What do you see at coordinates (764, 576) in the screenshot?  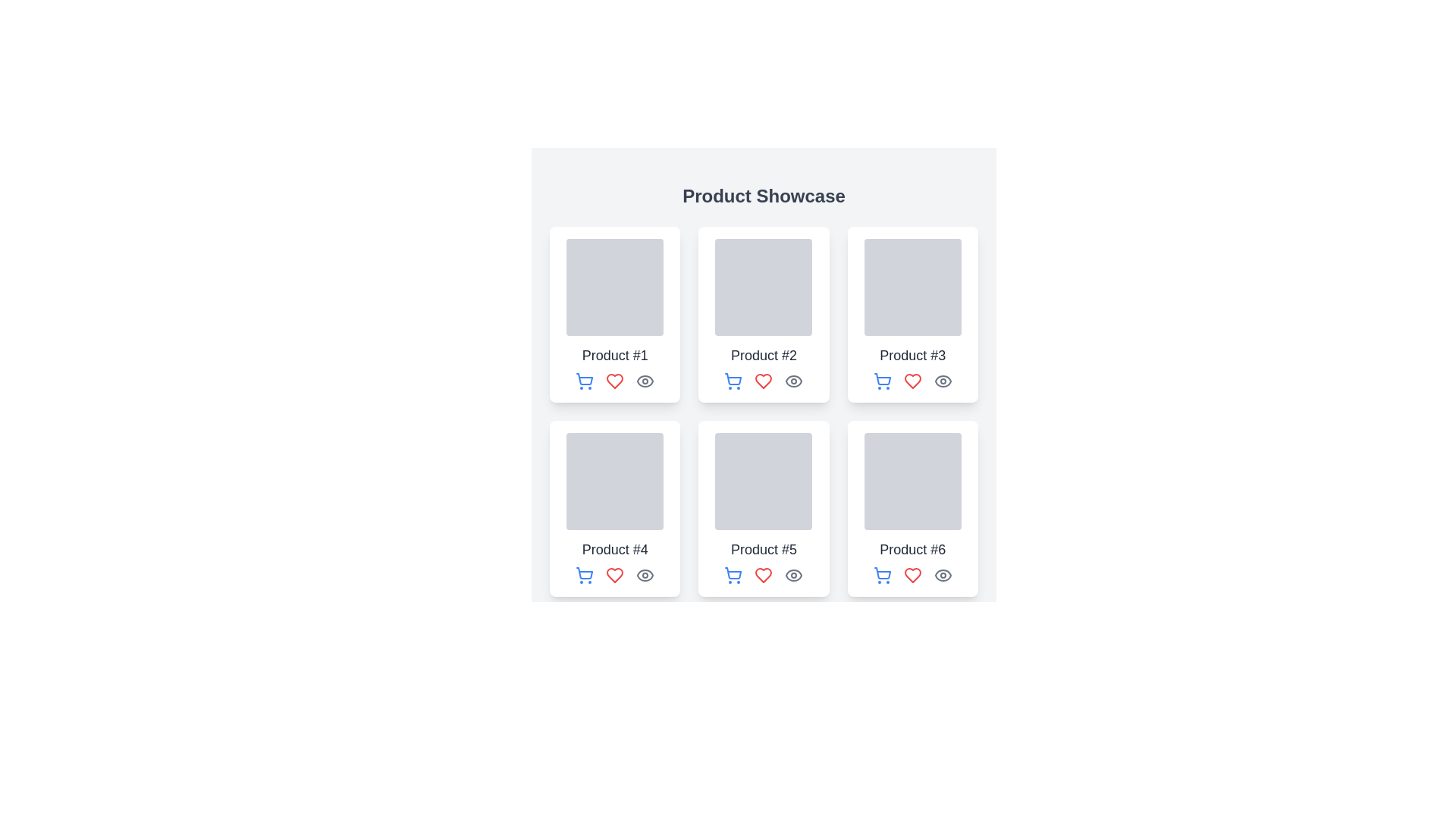 I see `the heart-shaped icon button outlined in red` at bounding box center [764, 576].